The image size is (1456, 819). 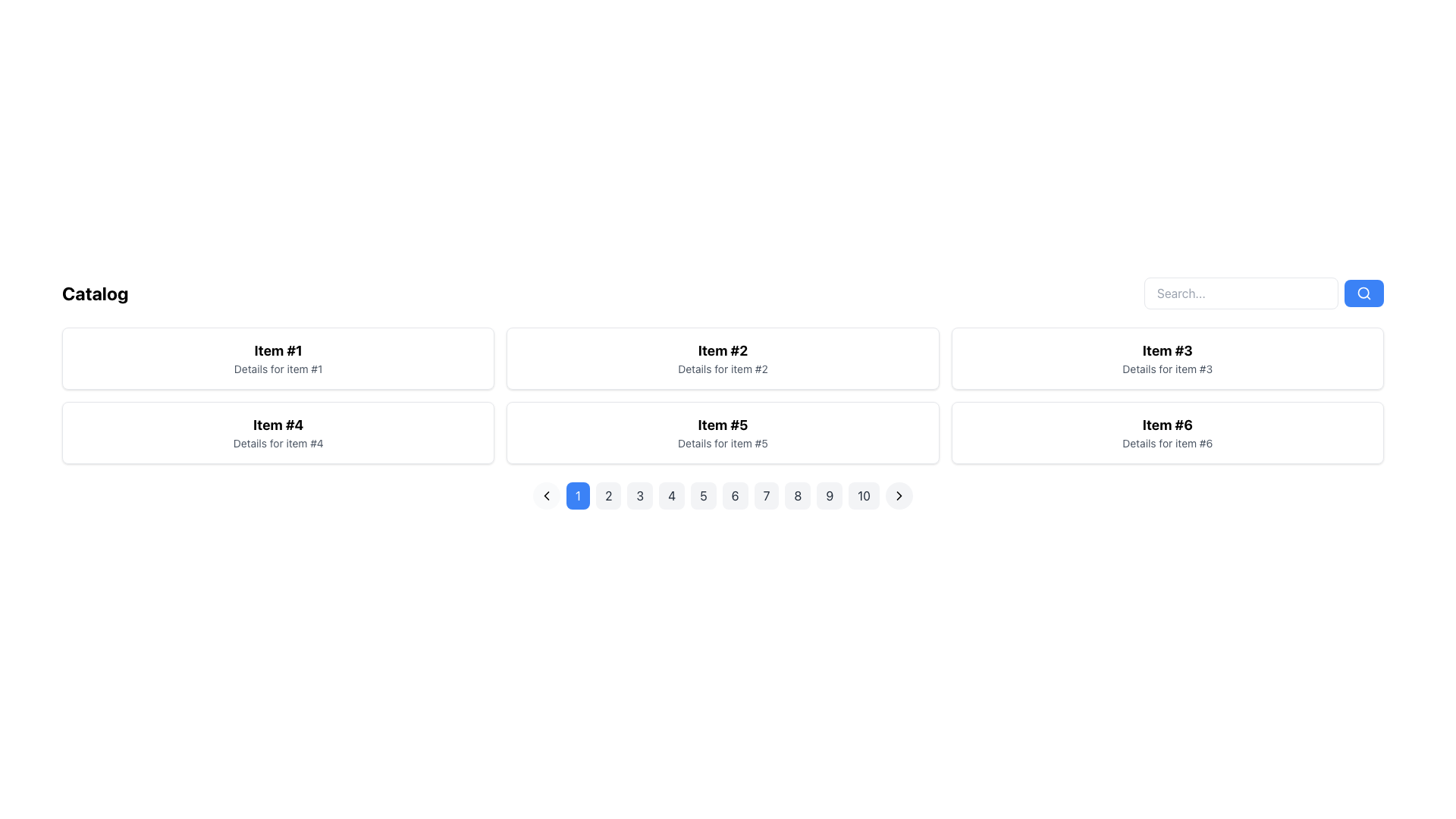 I want to click on the pagination button labeled '6', so click(x=722, y=496).